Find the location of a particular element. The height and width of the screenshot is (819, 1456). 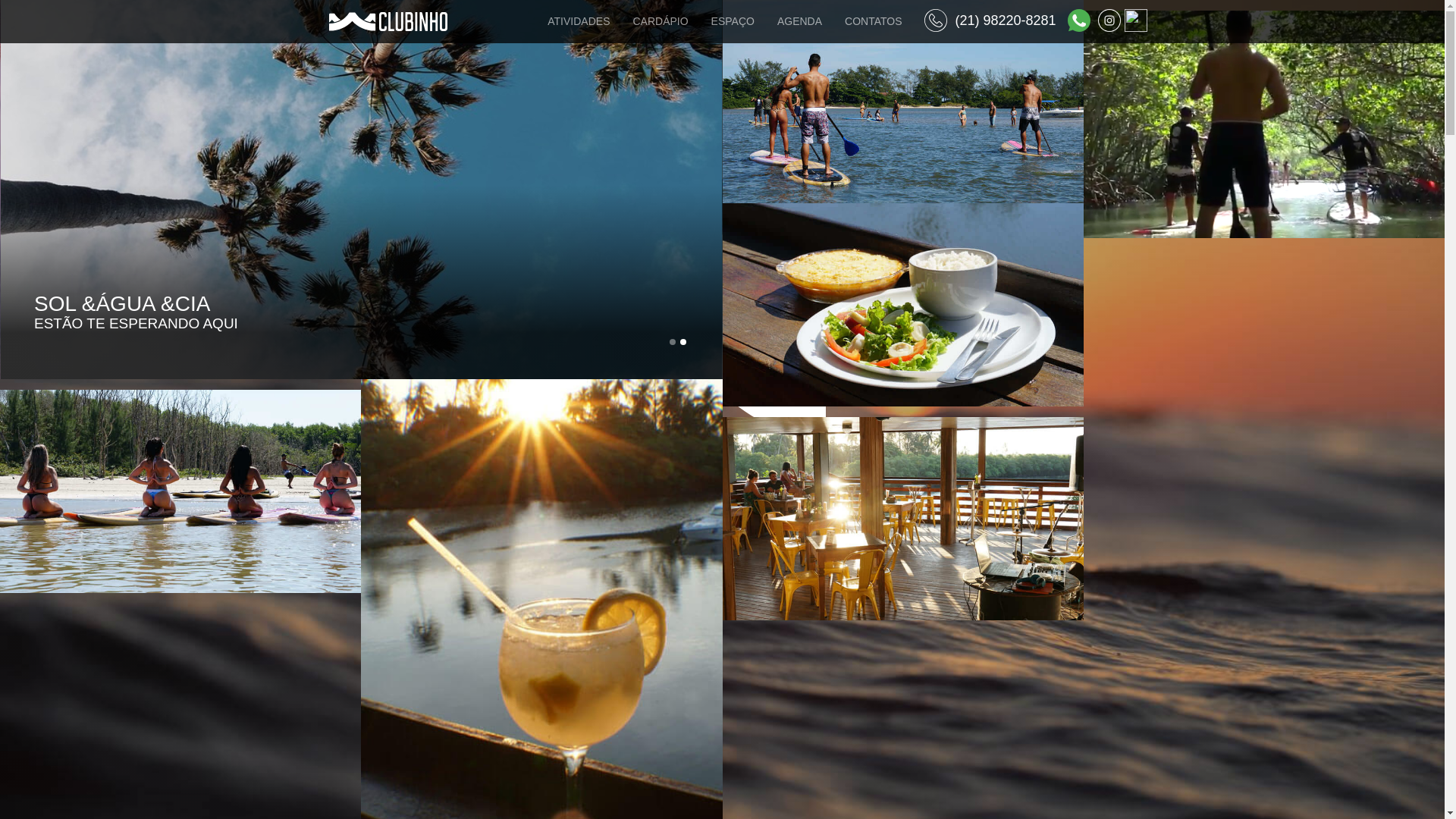

'(21) 98220-8281' is located at coordinates (990, 20).